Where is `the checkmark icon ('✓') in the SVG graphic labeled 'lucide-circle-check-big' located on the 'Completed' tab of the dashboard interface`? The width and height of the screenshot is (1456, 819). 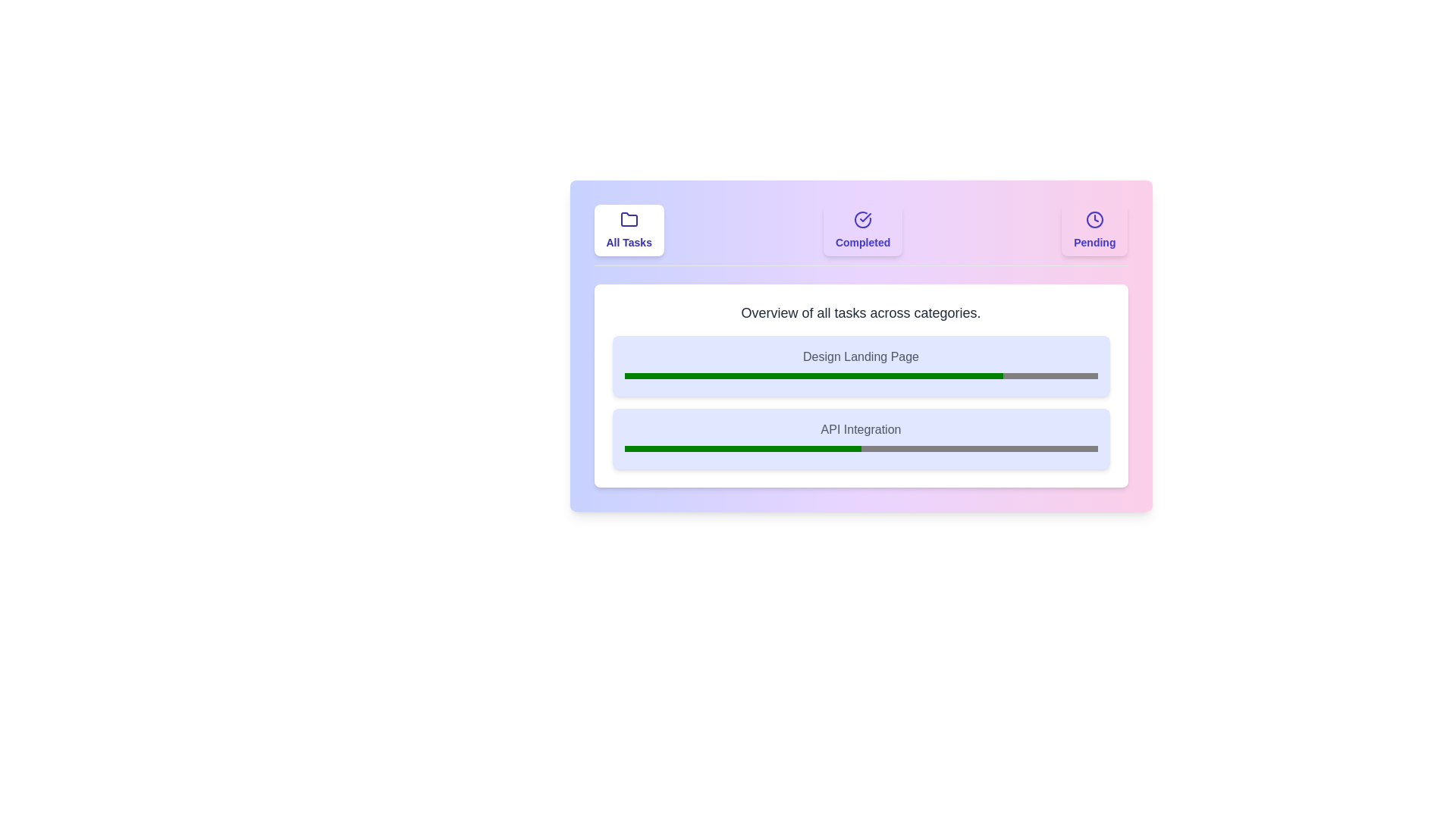
the checkmark icon ('✓') in the SVG graphic labeled 'lucide-circle-check-big' located on the 'Completed' tab of the dashboard interface is located at coordinates (865, 217).